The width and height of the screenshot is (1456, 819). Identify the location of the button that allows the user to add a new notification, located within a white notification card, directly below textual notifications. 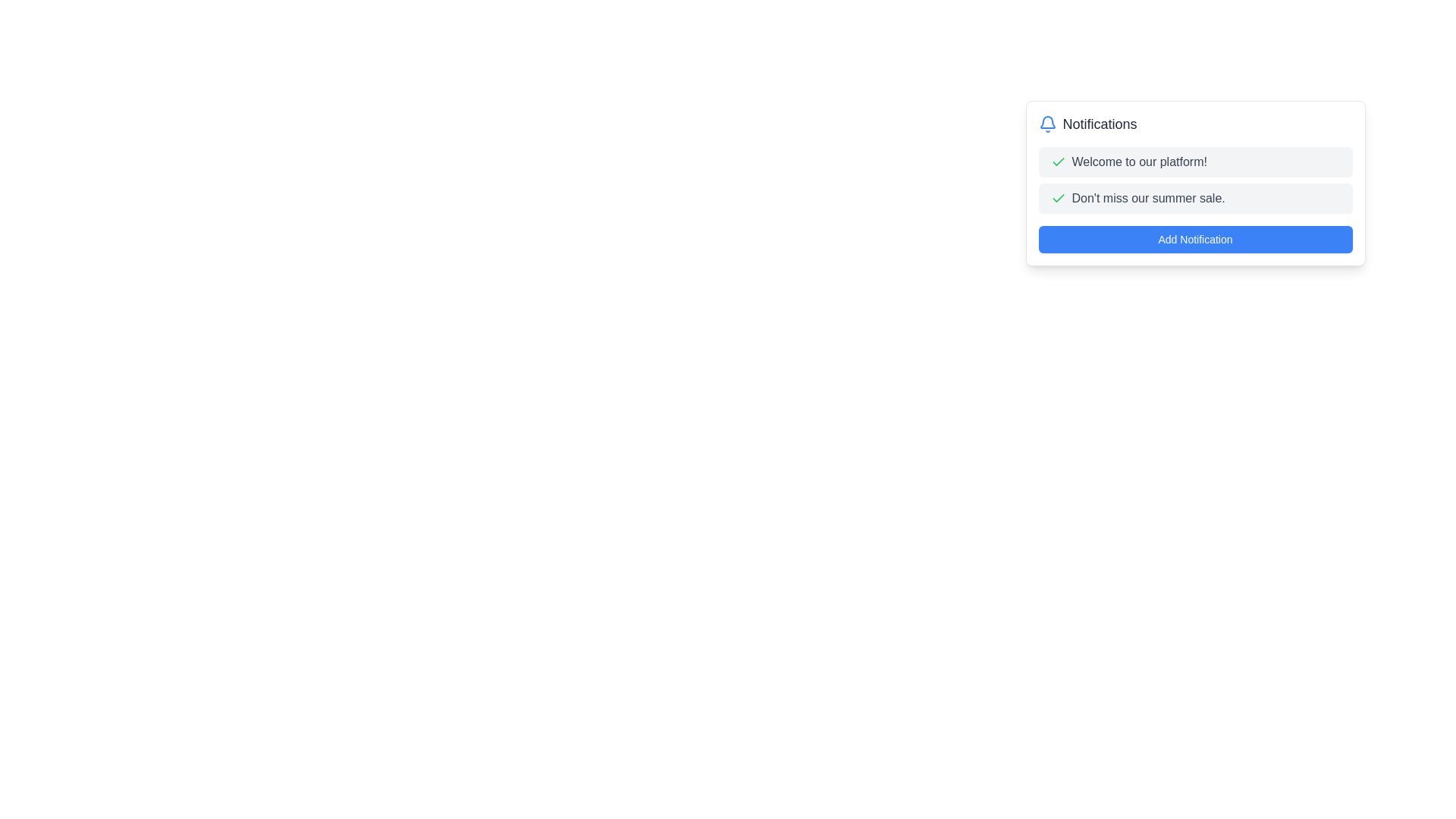
(1194, 239).